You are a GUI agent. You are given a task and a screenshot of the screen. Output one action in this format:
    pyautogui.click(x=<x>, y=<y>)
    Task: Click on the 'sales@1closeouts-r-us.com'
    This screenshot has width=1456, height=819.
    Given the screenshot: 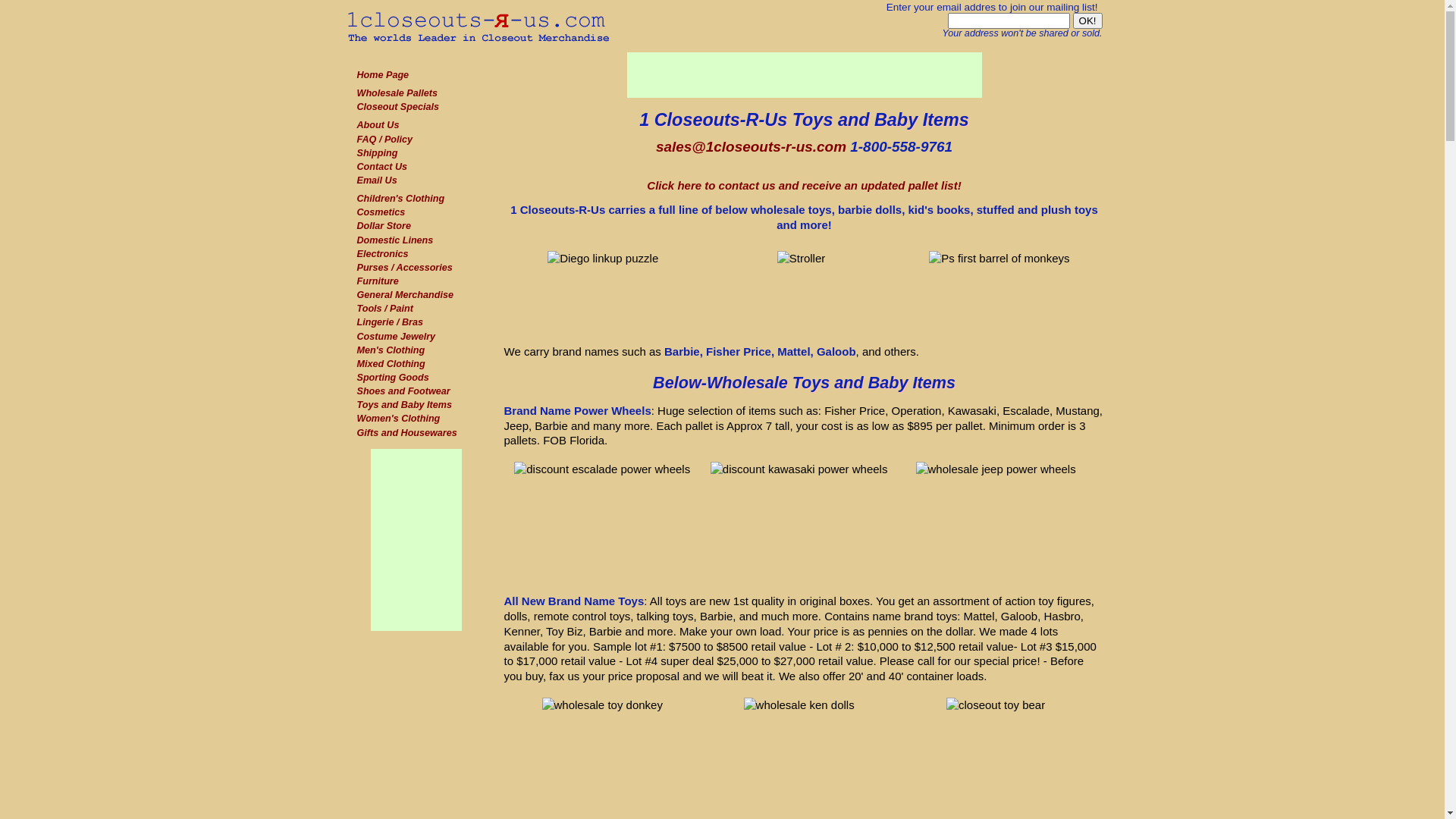 What is the action you would take?
    pyautogui.click(x=751, y=146)
    